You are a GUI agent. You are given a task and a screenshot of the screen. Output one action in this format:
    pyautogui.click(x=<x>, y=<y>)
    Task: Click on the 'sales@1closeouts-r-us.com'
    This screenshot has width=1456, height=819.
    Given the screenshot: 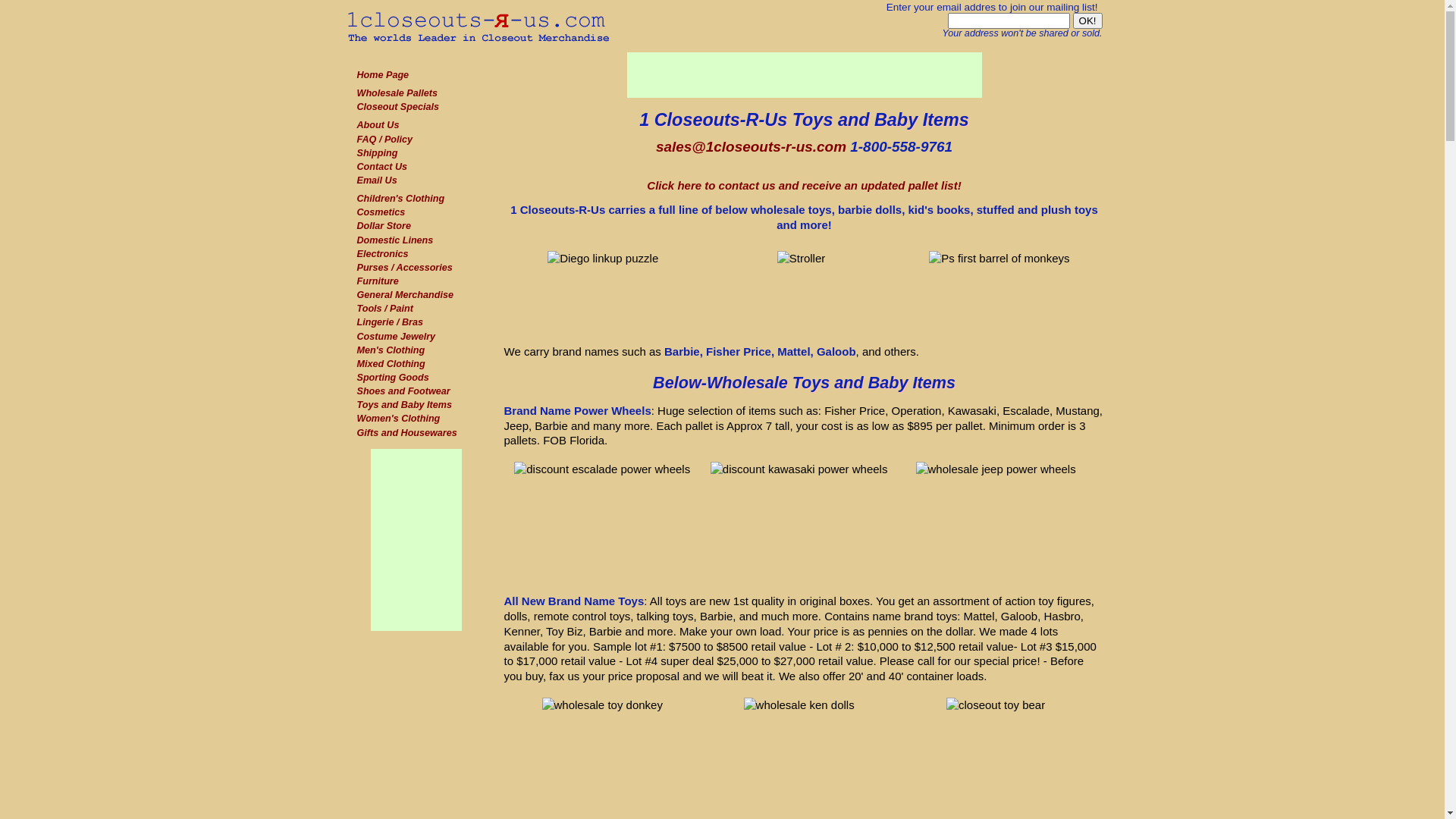 What is the action you would take?
    pyautogui.click(x=751, y=146)
    